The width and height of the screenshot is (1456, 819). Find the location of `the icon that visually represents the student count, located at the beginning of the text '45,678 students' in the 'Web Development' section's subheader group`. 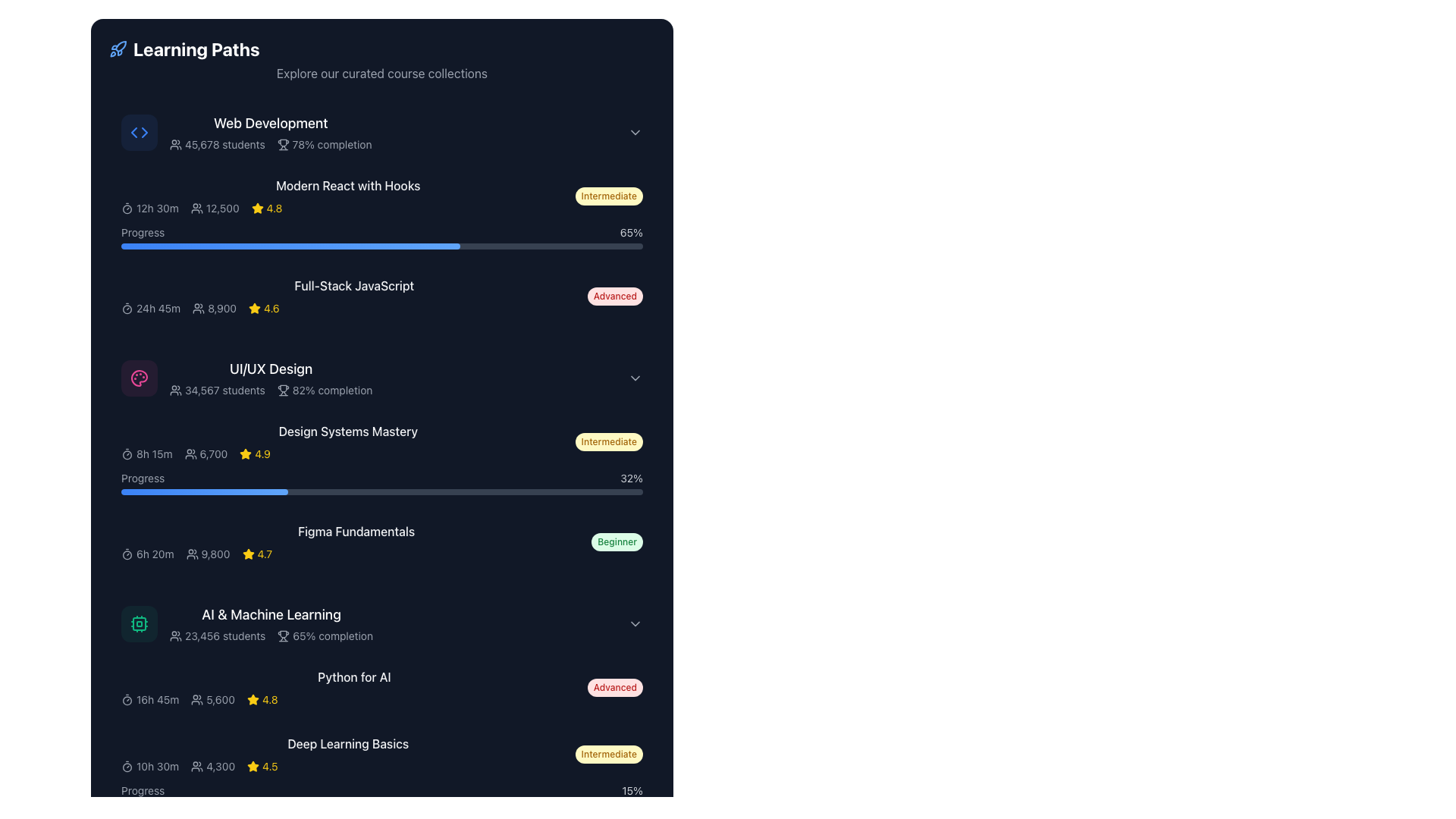

the icon that visually represents the student count, located at the beginning of the text '45,678 students' in the 'Web Development' section's subheader group is located at coordinates (175, 145).